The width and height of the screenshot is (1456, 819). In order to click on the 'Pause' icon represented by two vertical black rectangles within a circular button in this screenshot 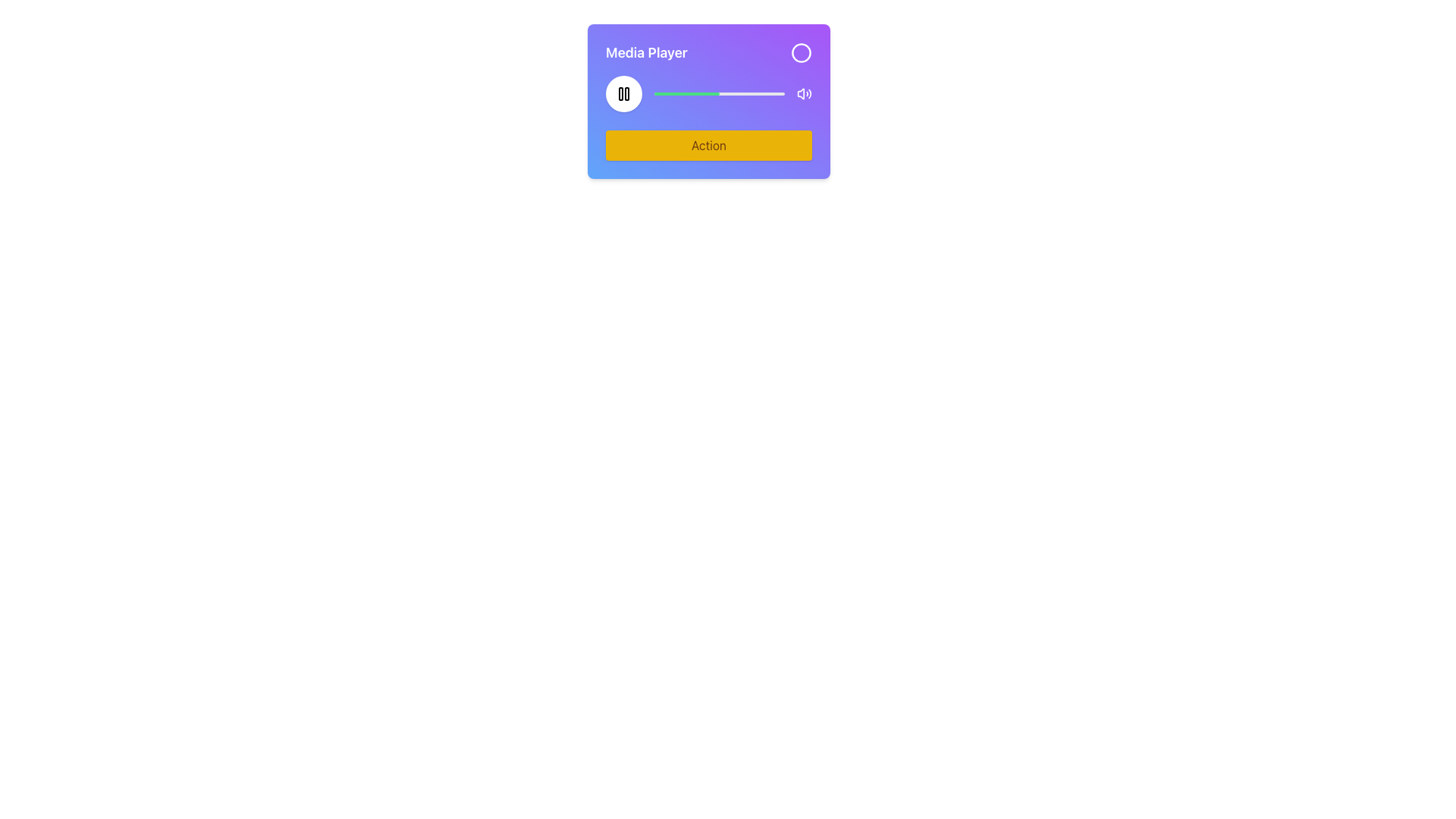, I will do `click(623, 93)`.